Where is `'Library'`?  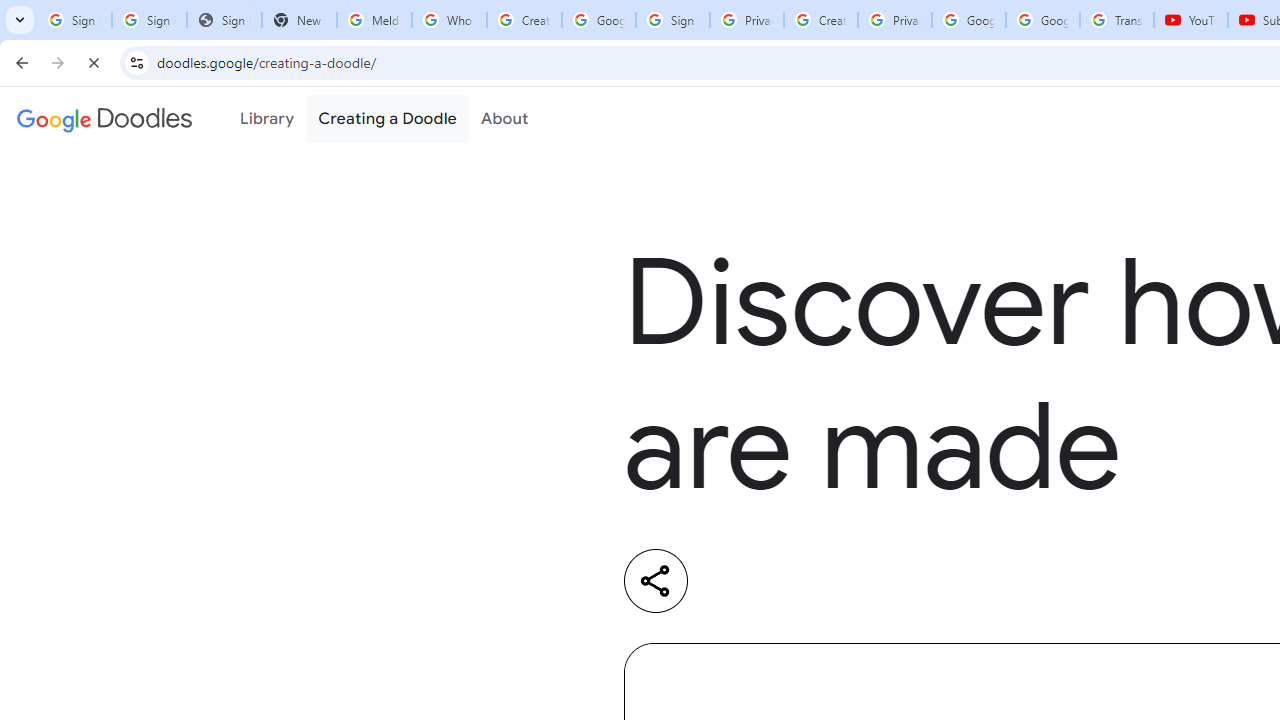
'Library' is located at coordinates (266, 119).